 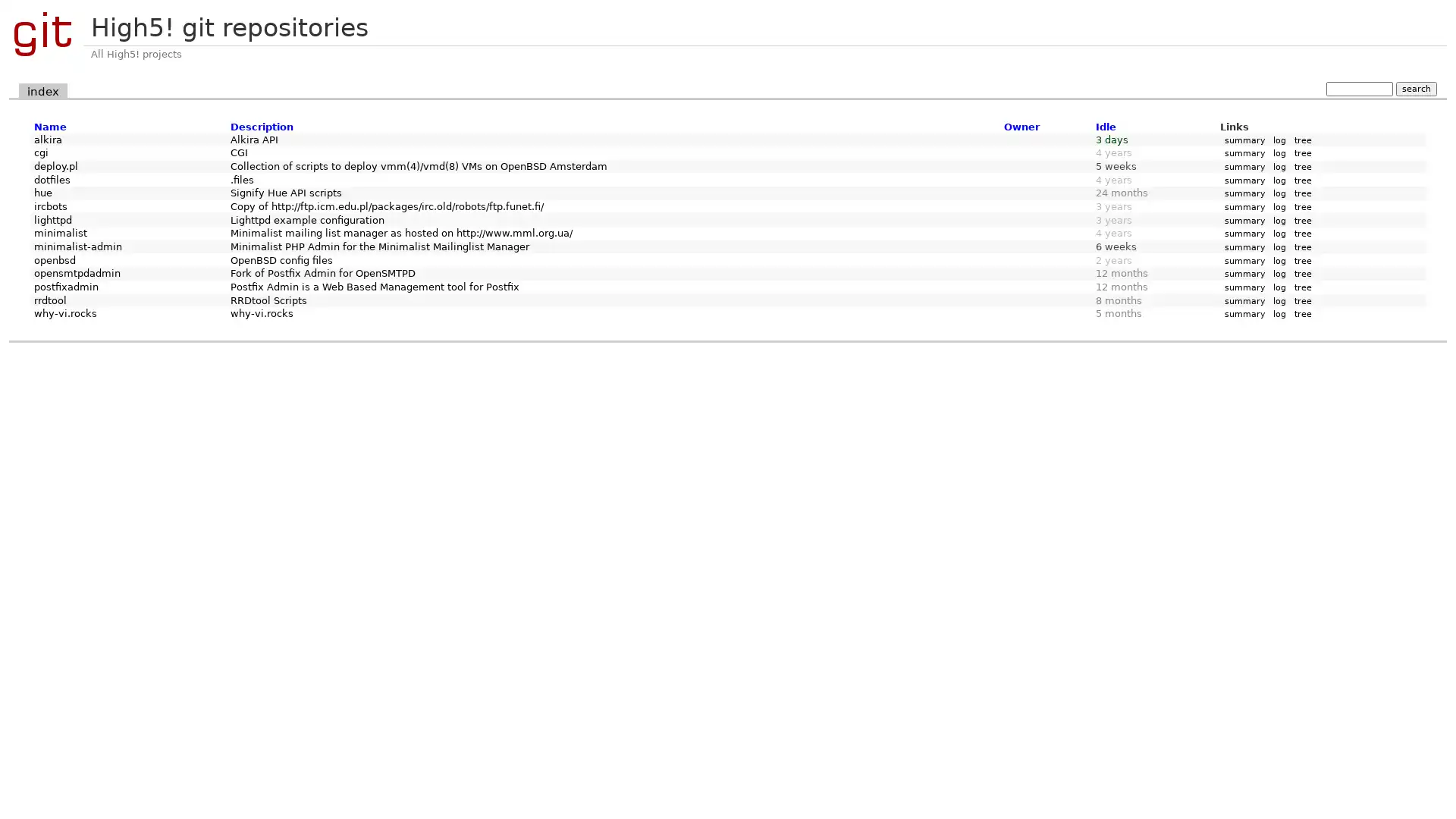 I want to click on search, so click(x=1415, y=88).